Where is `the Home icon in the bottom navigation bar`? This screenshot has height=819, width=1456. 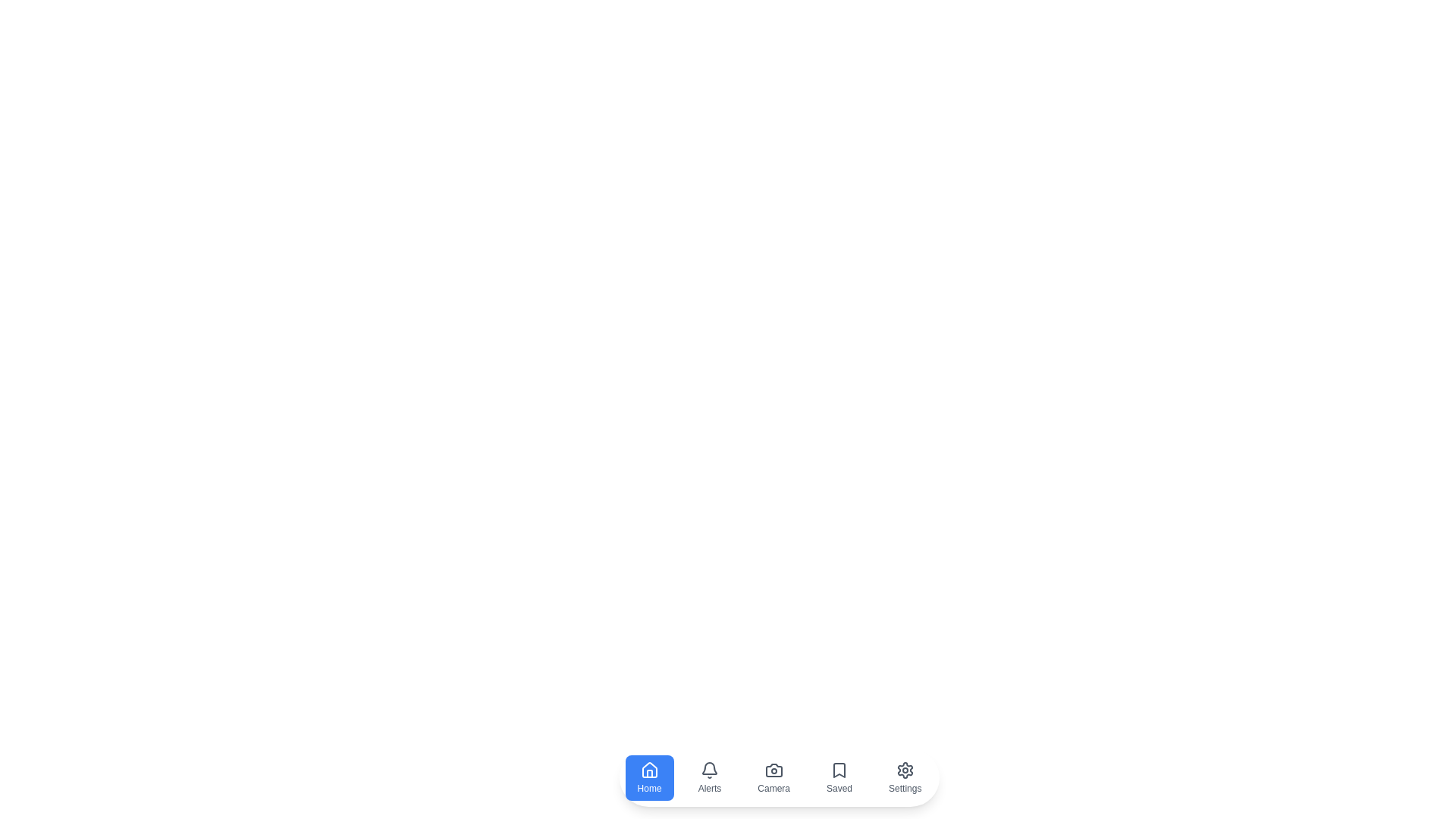 the Home icon in the bottom navigation bar is located at coordinates (648, 778).